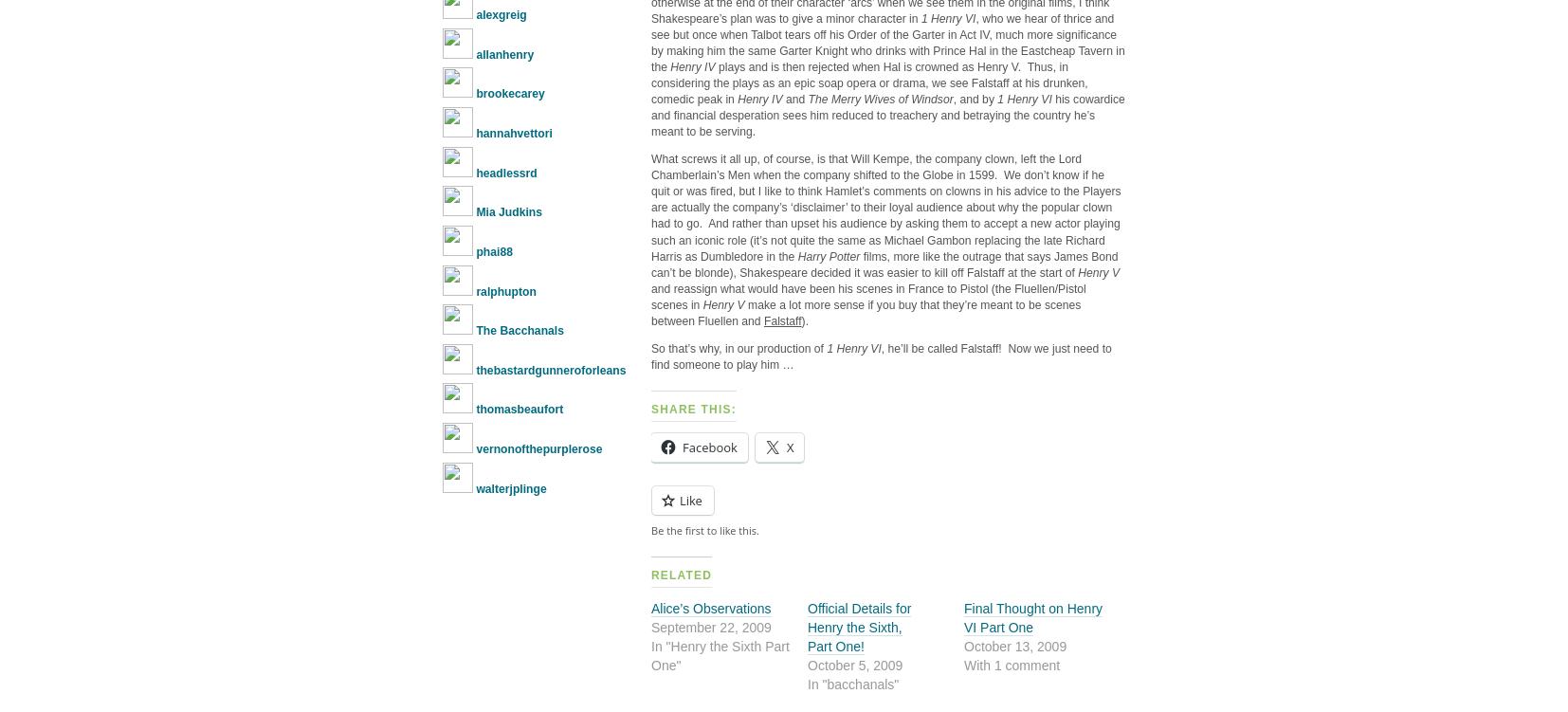  Describe the element at coordinates (651, 348) in the screenshot. I see `'So that’s why, in our production of'` at that location.